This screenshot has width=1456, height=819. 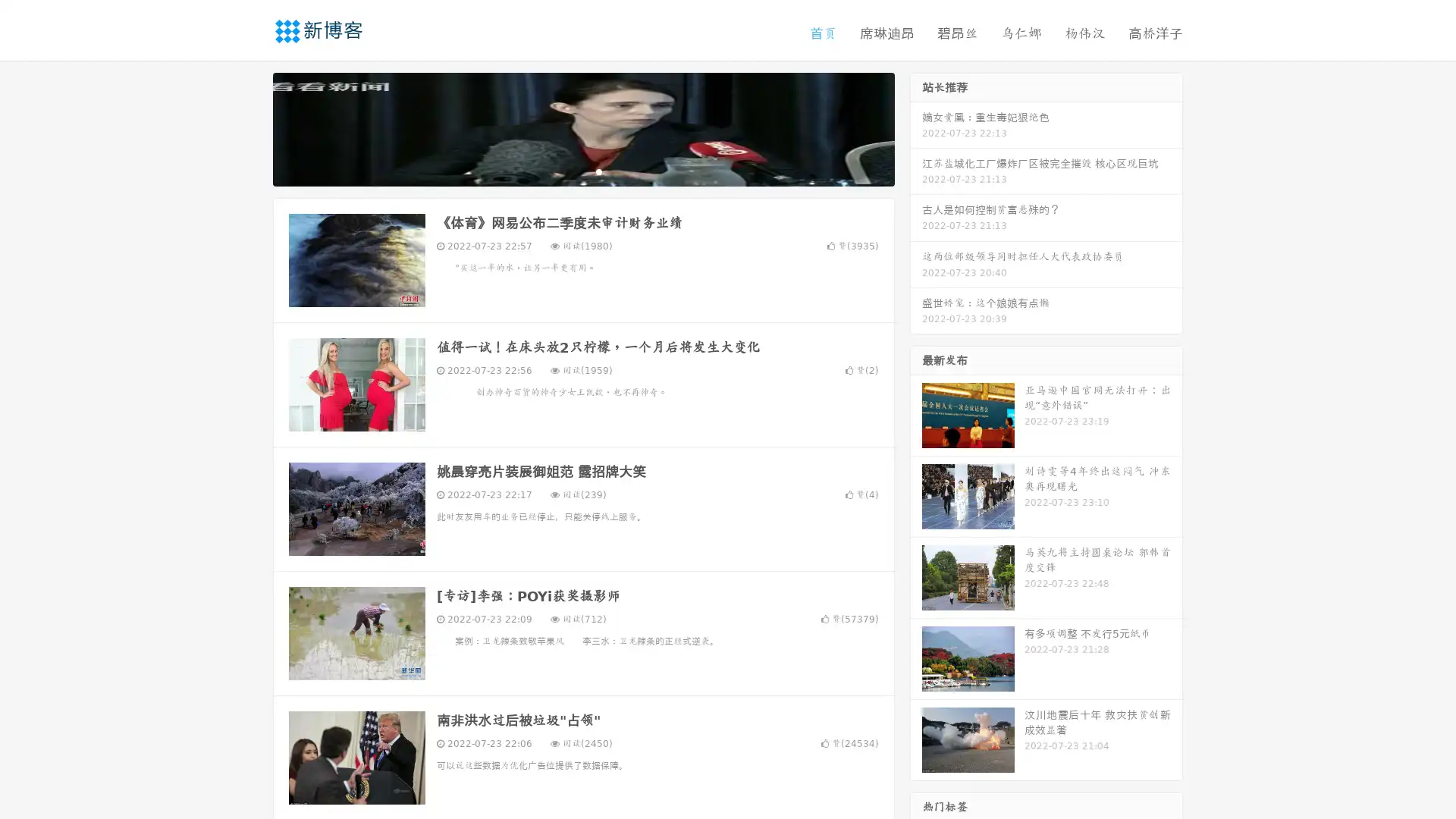 I want to click on Go to slide 1, so click(x=567, y=171).